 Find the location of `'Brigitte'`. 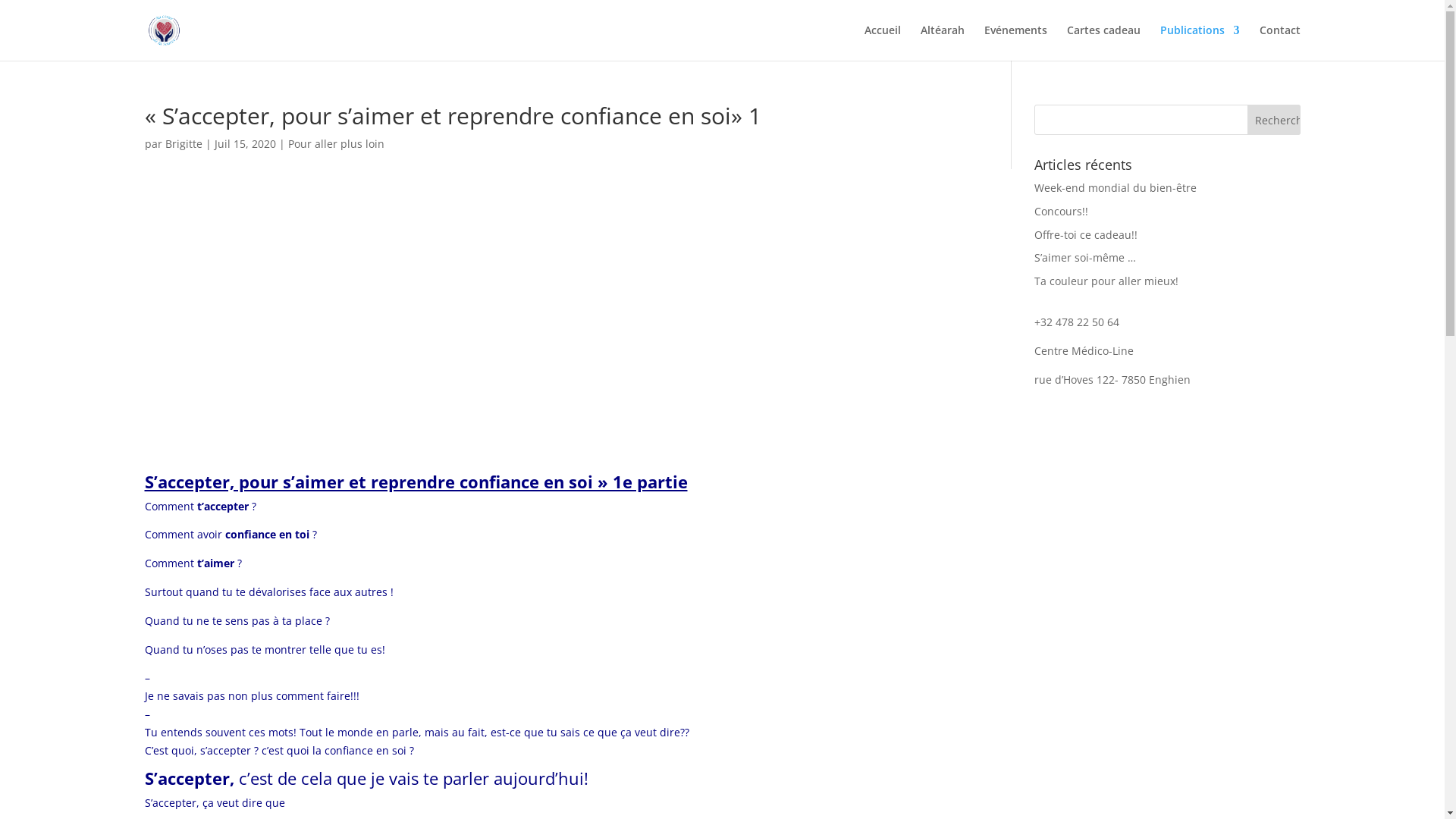

'Brigitte' is located at coordinates (183, 143).